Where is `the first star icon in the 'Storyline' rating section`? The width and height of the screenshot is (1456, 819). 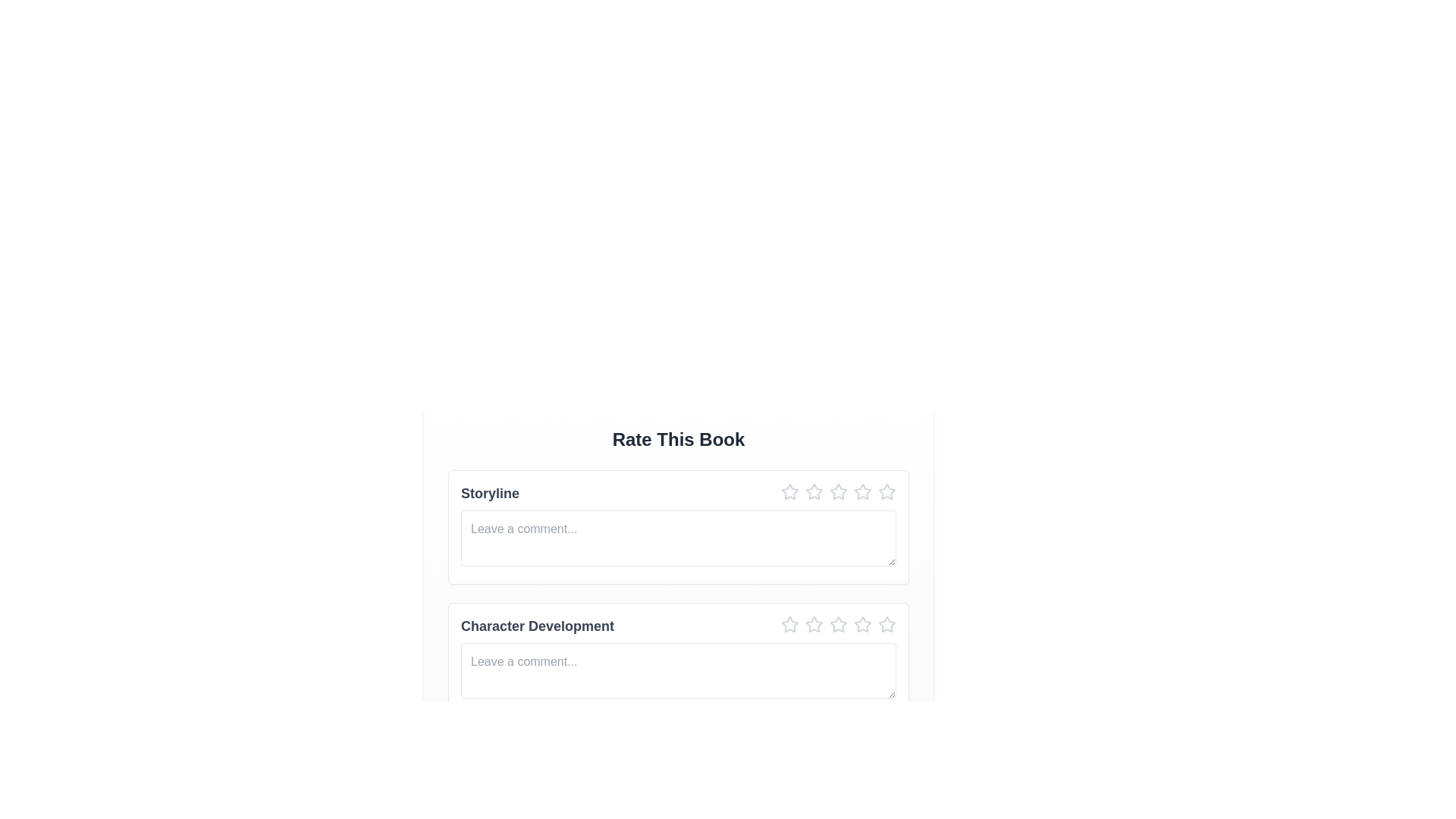
the first star icon in the 'Storyline' rating section is located at coordinates (789, 491).